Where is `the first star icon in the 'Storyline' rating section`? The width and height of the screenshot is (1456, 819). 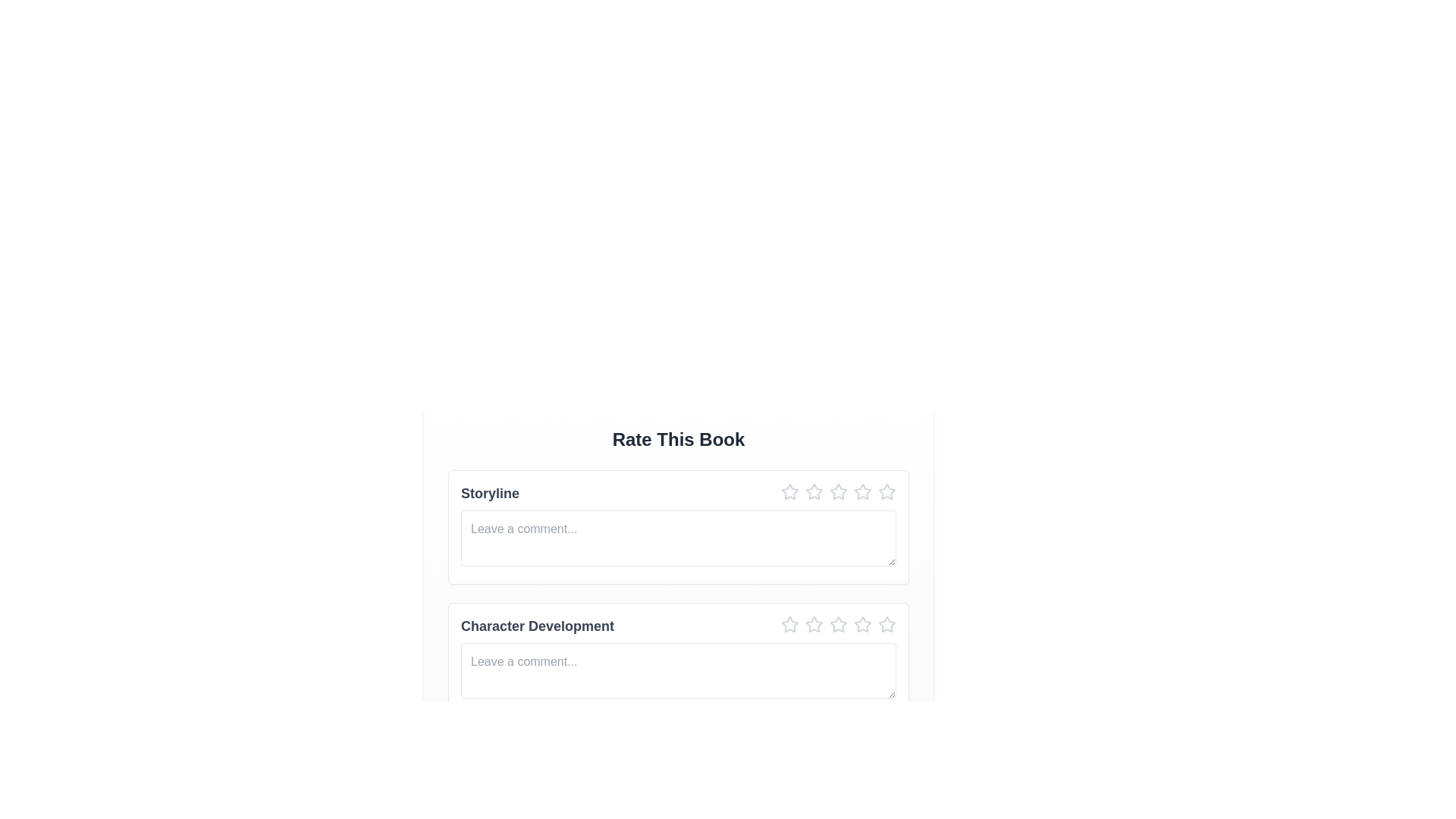
the first star icon in the 'Storyline' rating section is located at coordinates (789, 491).